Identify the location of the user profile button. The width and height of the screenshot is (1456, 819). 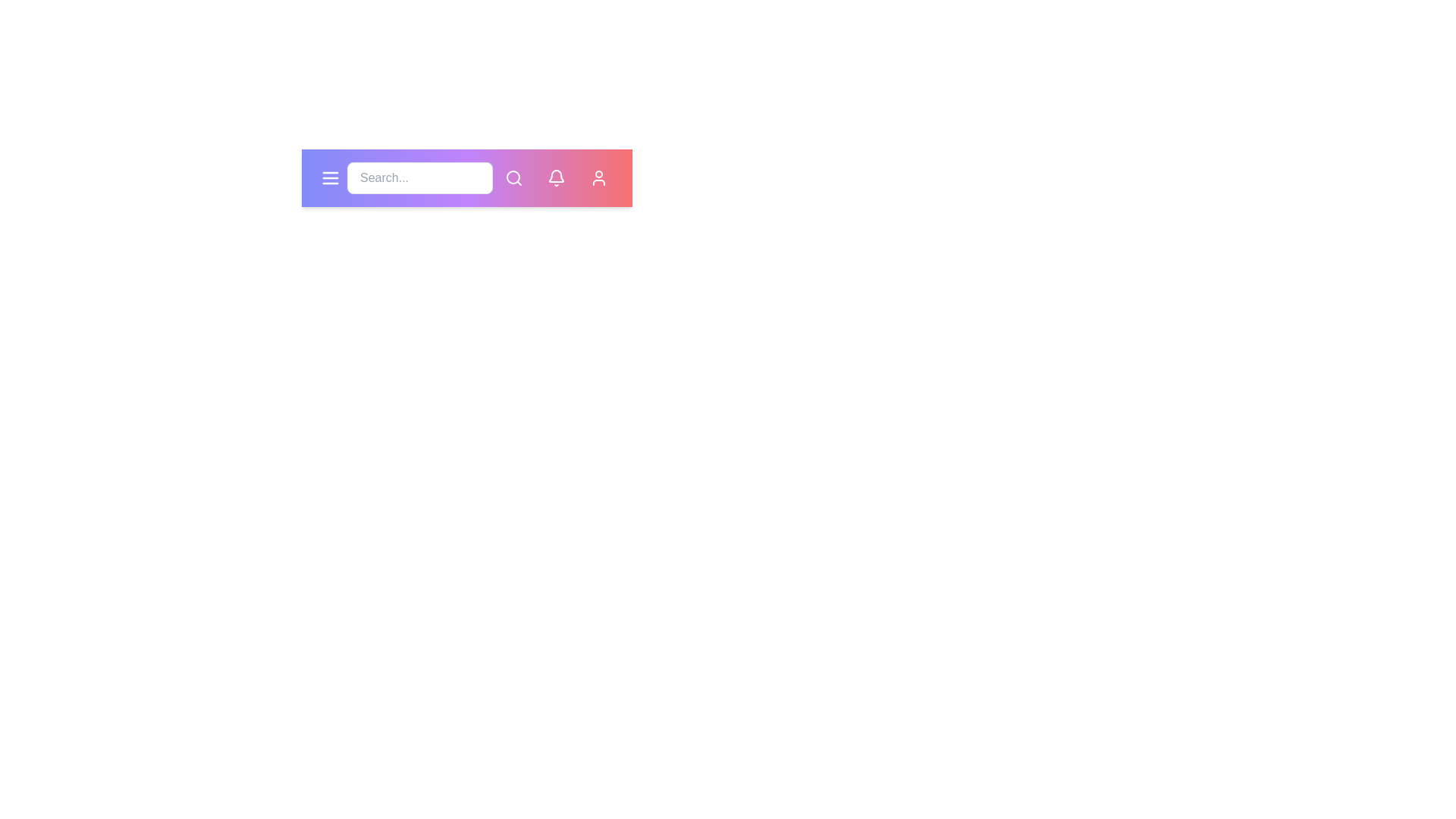
(598, 177).